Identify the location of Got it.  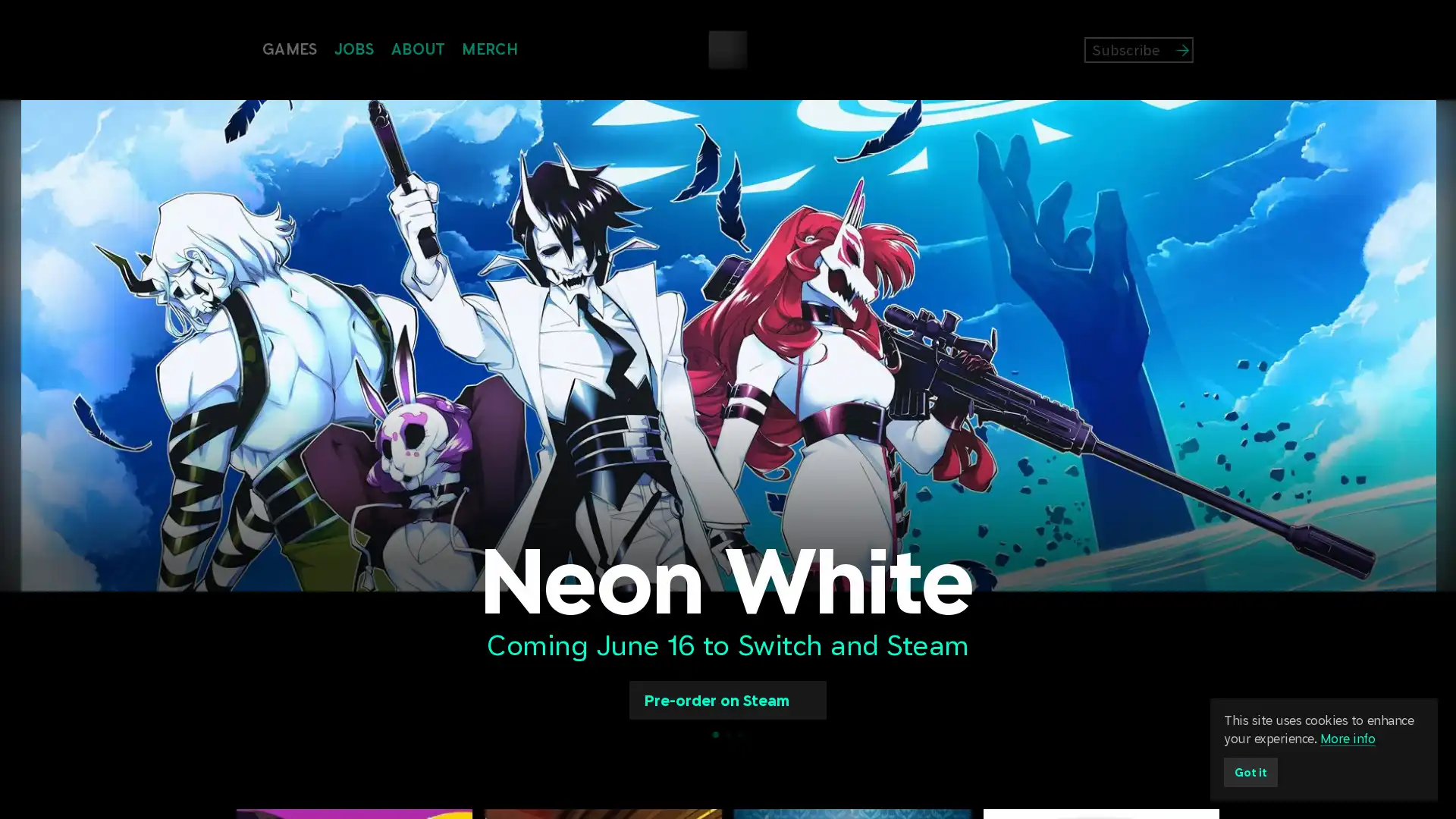
(1253, 770).